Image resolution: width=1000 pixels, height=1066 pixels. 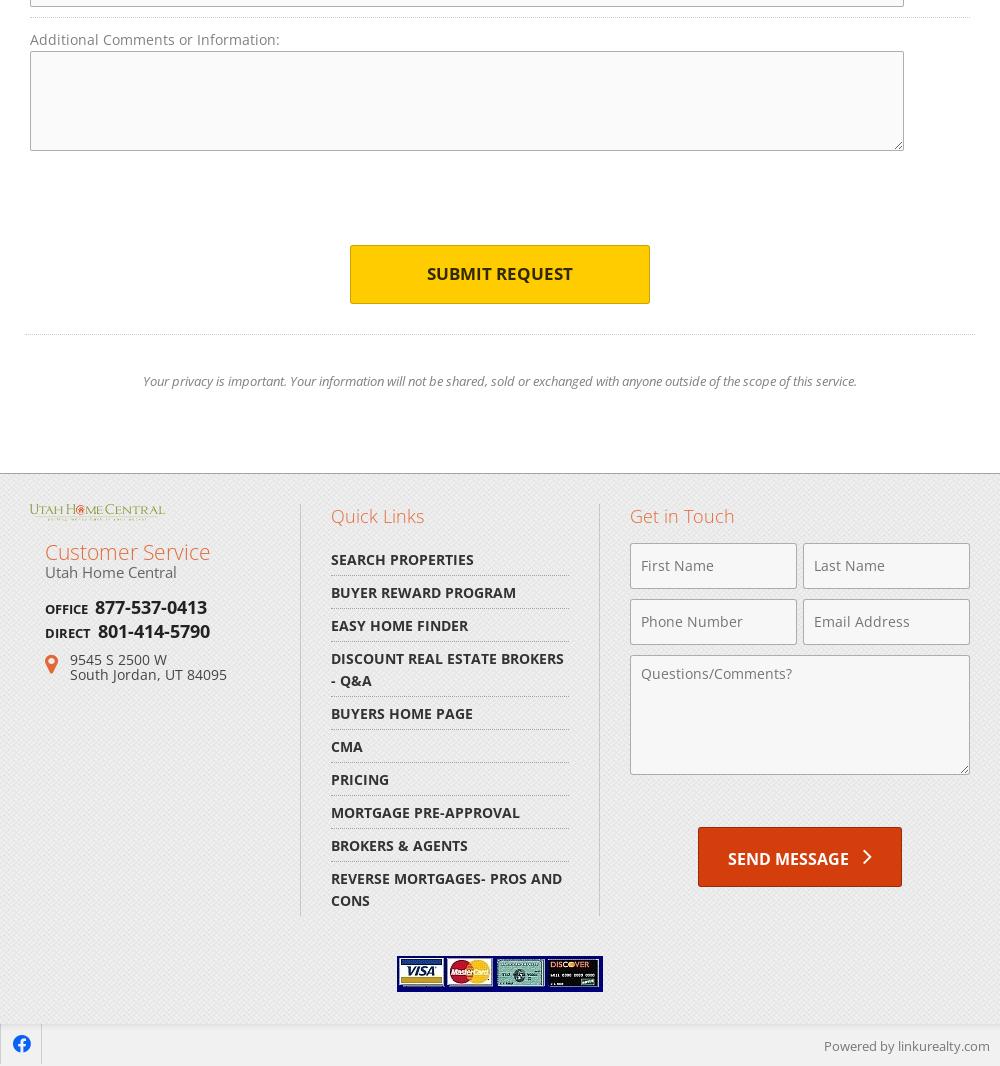 What do you see at coordinates (69, 657) in the screenshot?
I see `'9545 S 2500 W'` at bounding box center [69, 657].